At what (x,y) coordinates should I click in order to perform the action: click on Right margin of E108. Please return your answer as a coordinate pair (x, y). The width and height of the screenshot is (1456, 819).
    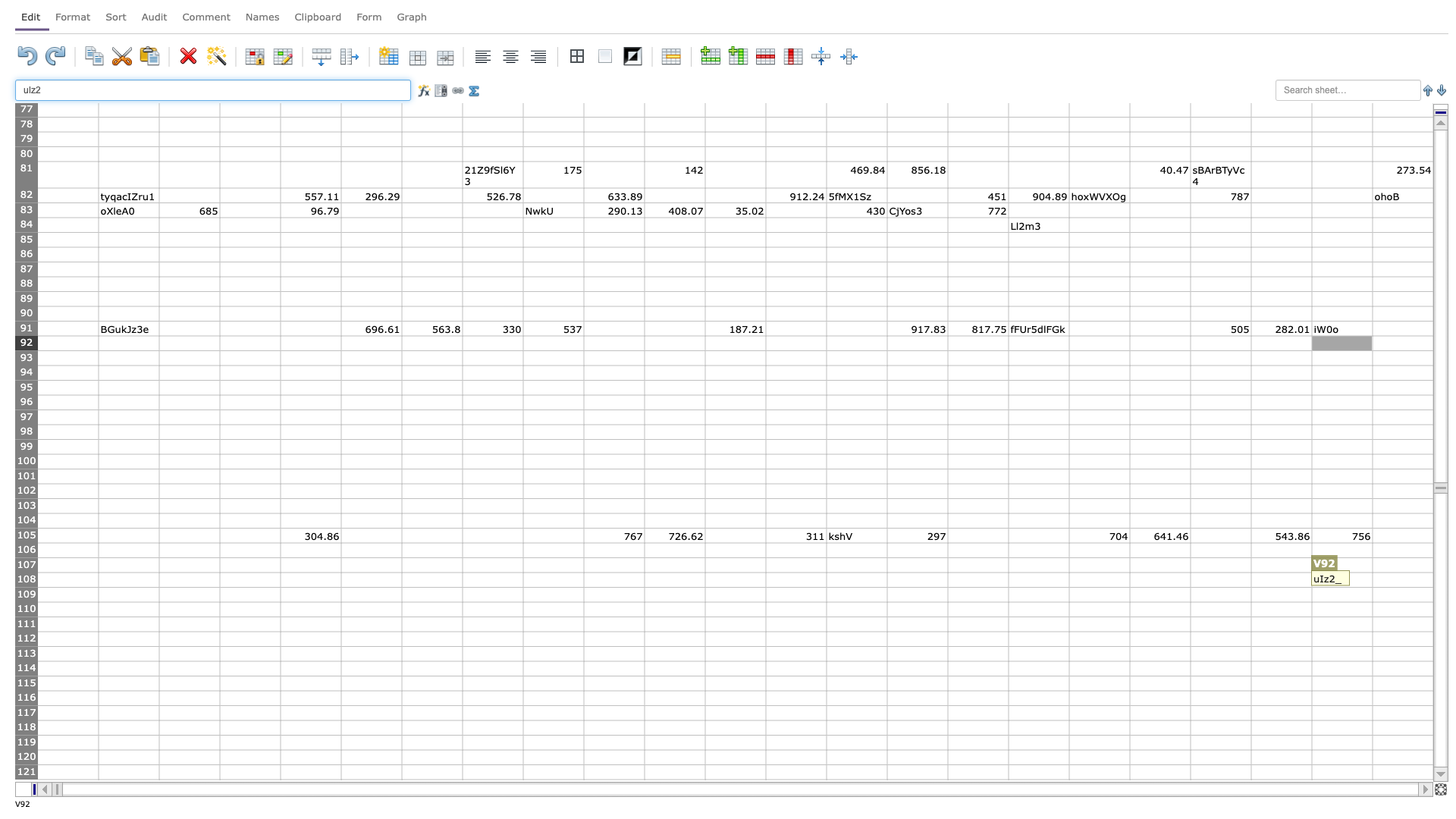
    Looking at the image, I should click on (340, 579).